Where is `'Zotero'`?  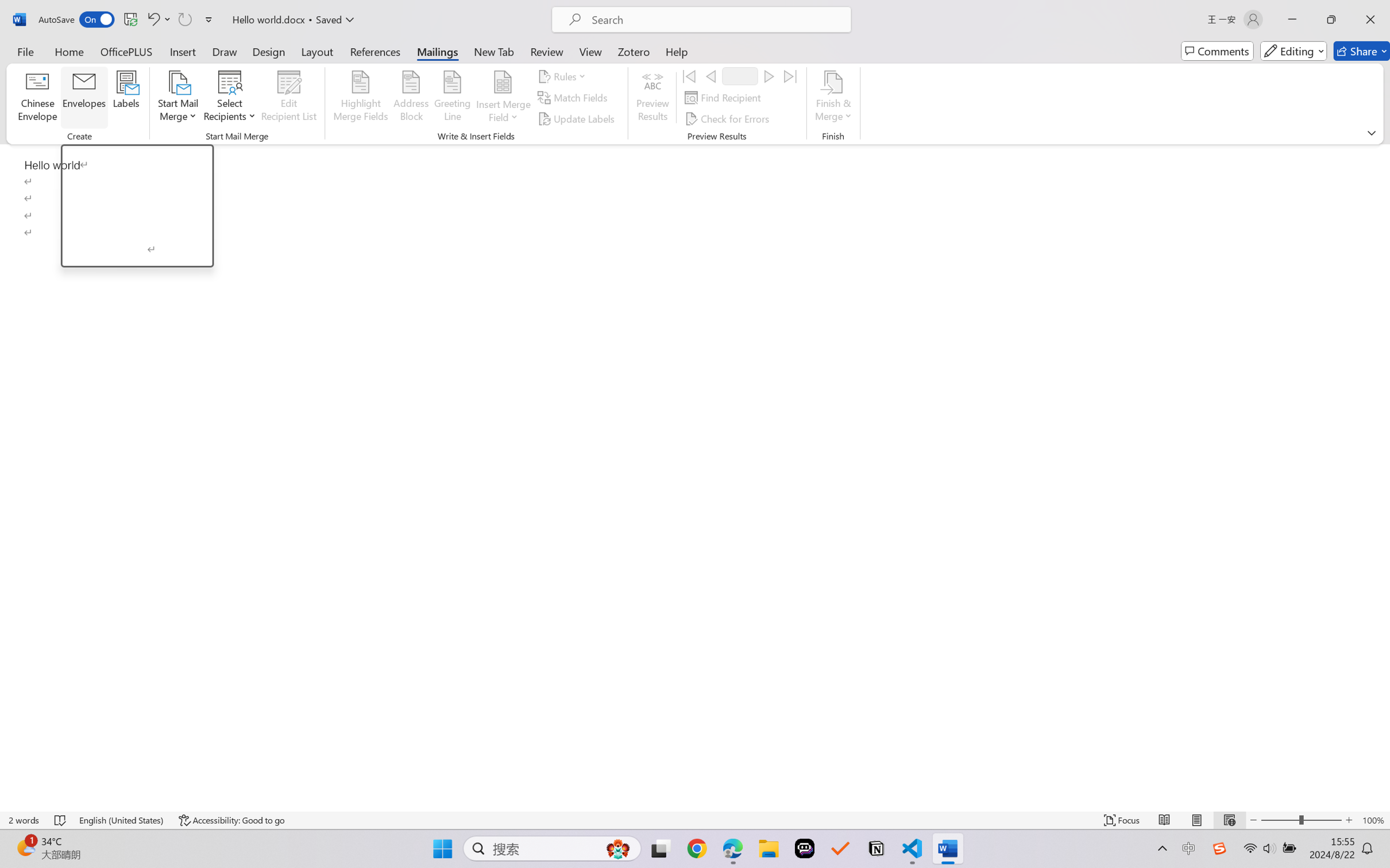
'Zotero' is located at coordinates (633, 51).